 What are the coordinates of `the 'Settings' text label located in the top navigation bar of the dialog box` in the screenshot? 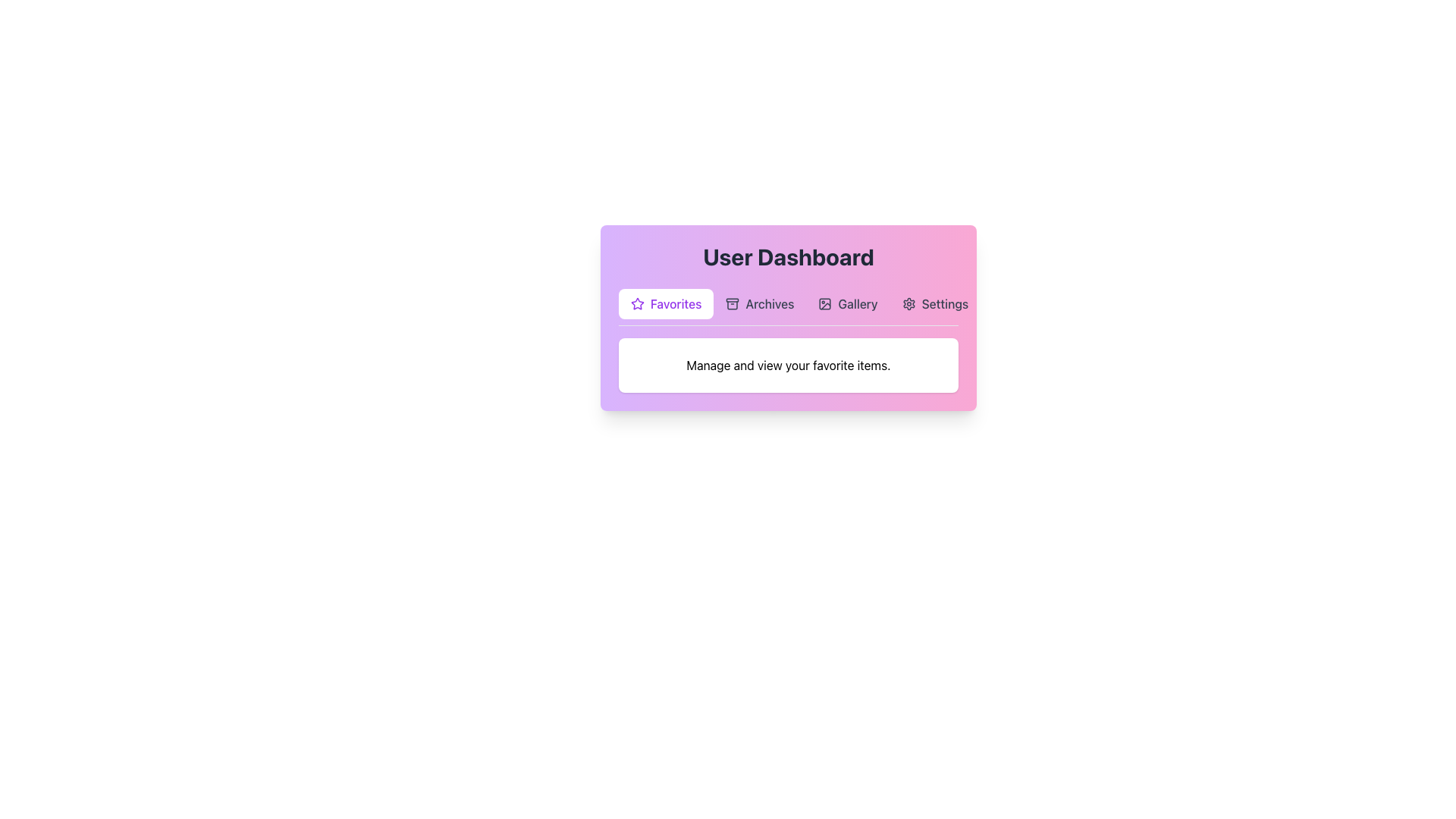 It's located at (944, 304).